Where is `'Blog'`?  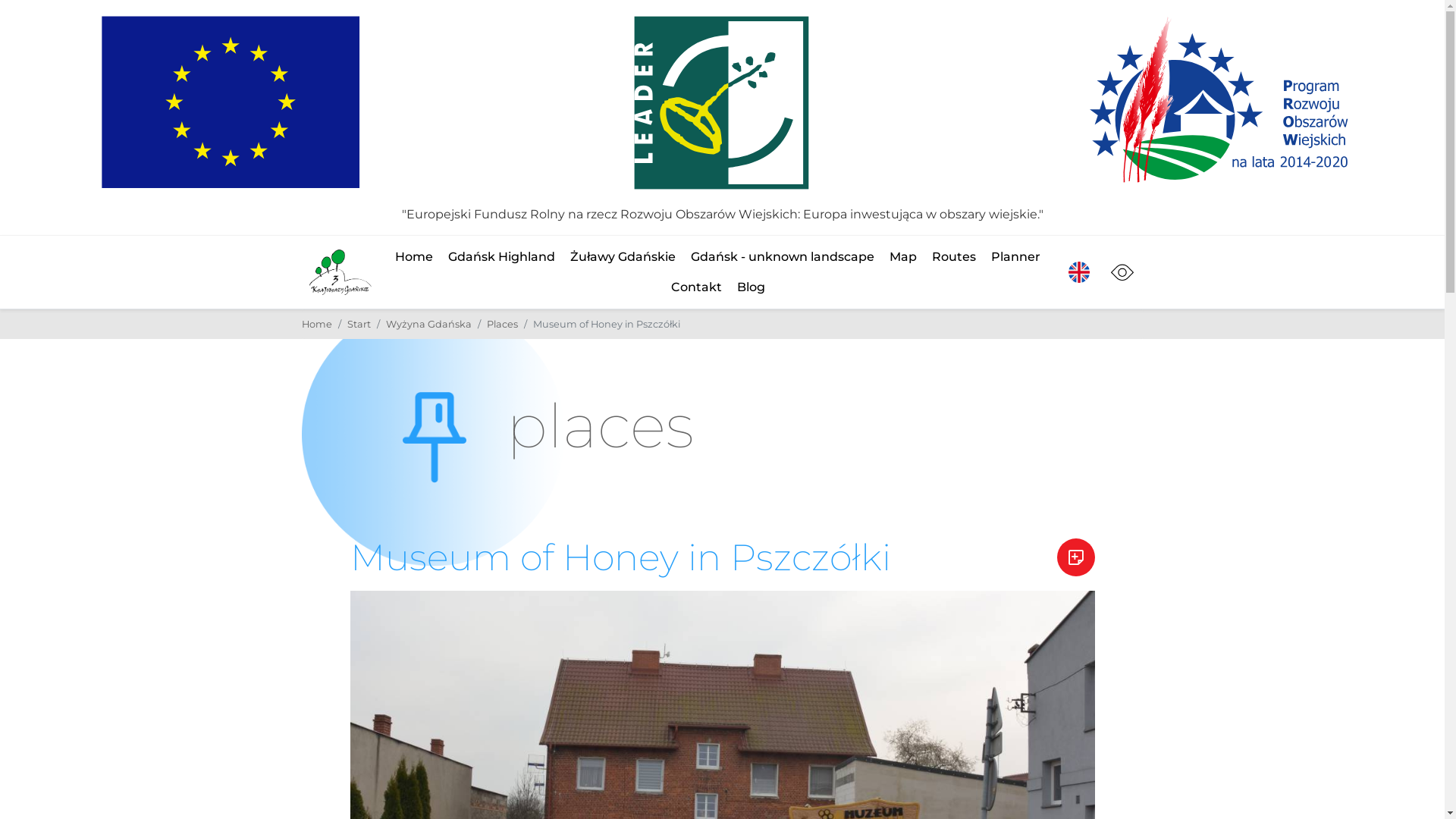 'Blog' is located at coordinates (751, 287).